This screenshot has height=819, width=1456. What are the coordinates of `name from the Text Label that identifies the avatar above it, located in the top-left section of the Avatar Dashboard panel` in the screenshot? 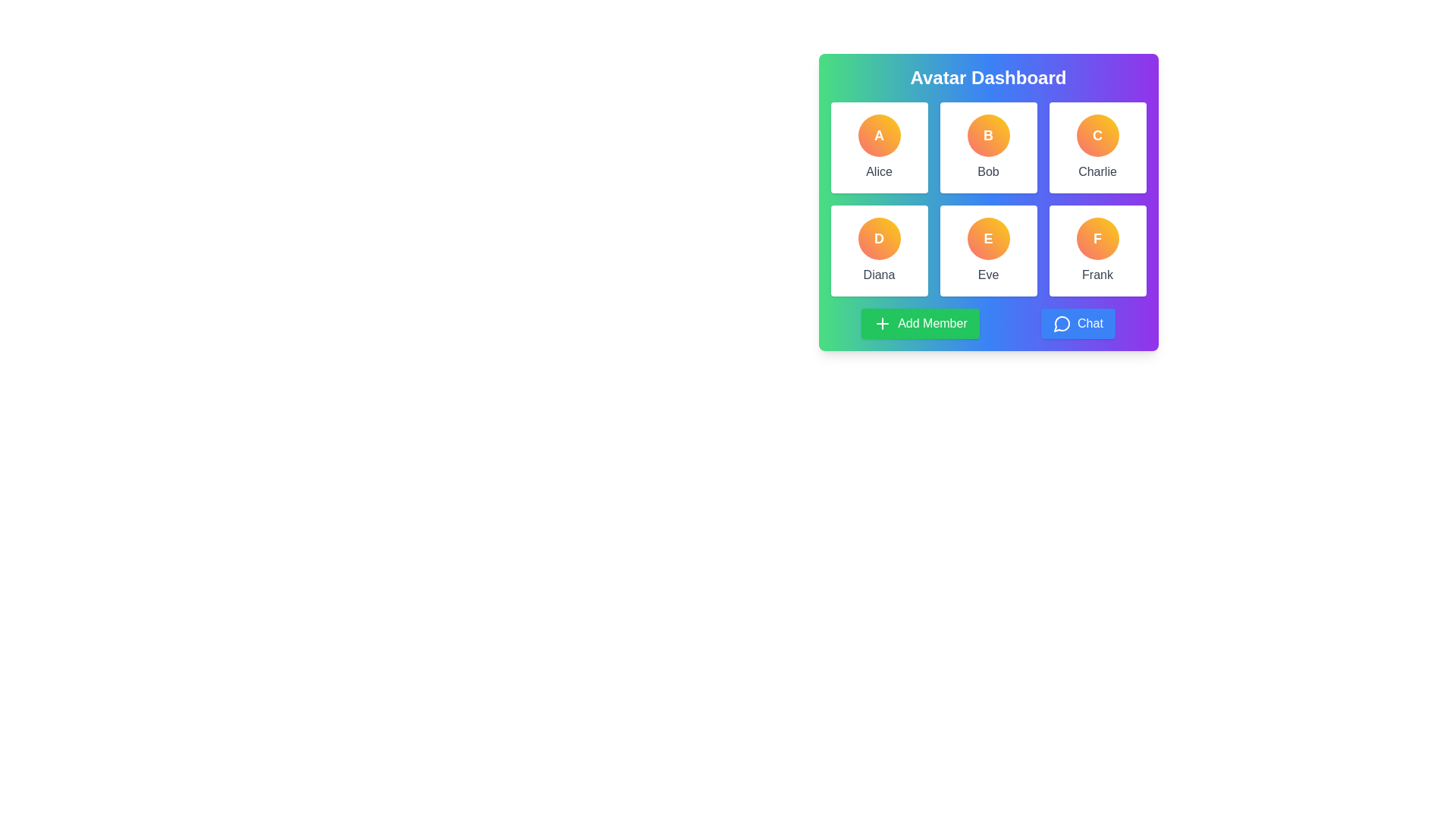 It's located at (879, 171).